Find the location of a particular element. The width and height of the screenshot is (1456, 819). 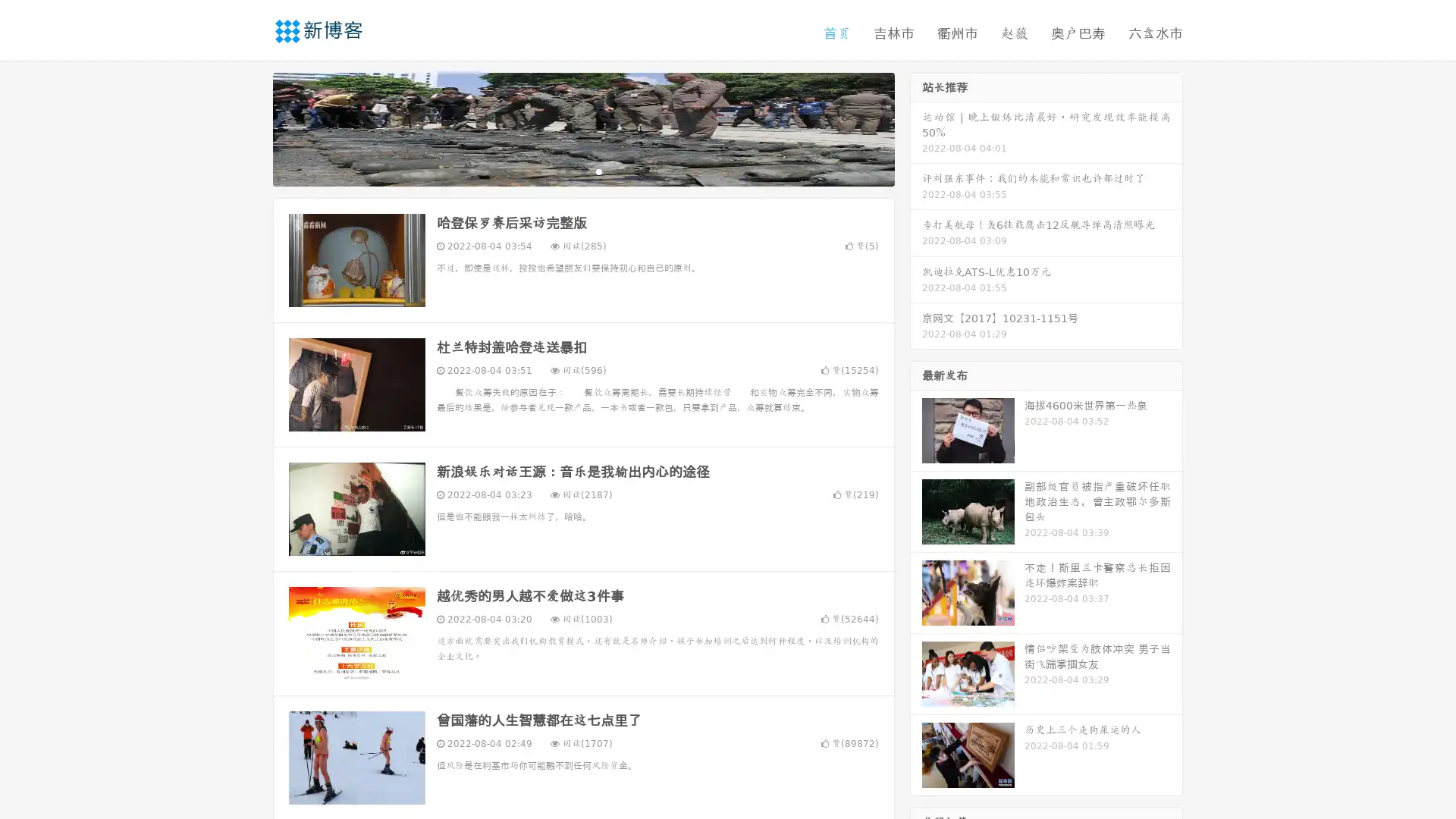

Next slide is located at coordinates (916, 127).